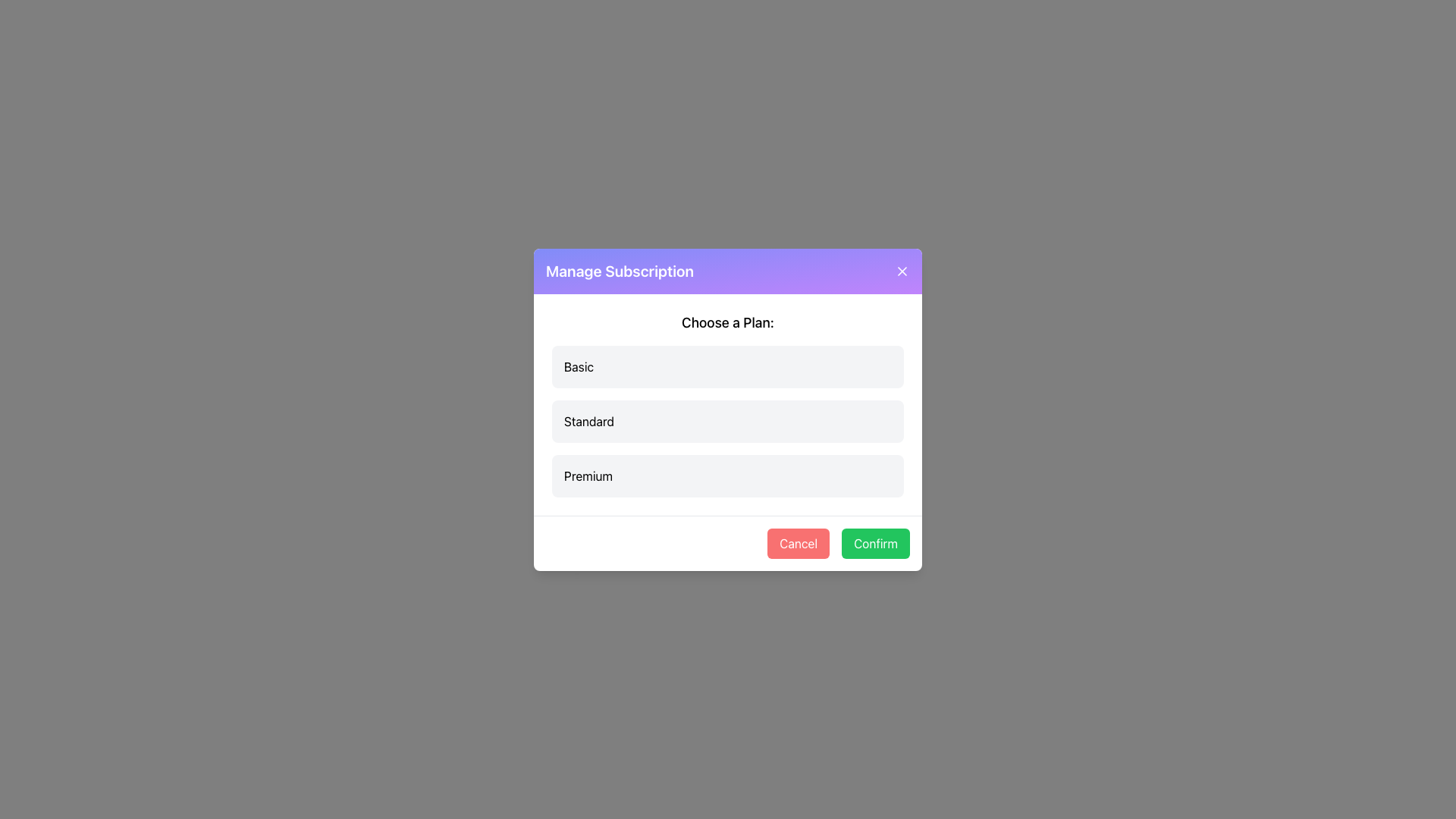 Image resolution: width=1456 pixels, height=819 pixels. Describe the element at coordinates (902, 270) in the screenshot. I see `the close icon located at the top-right corner of the modal dialog` at that location.